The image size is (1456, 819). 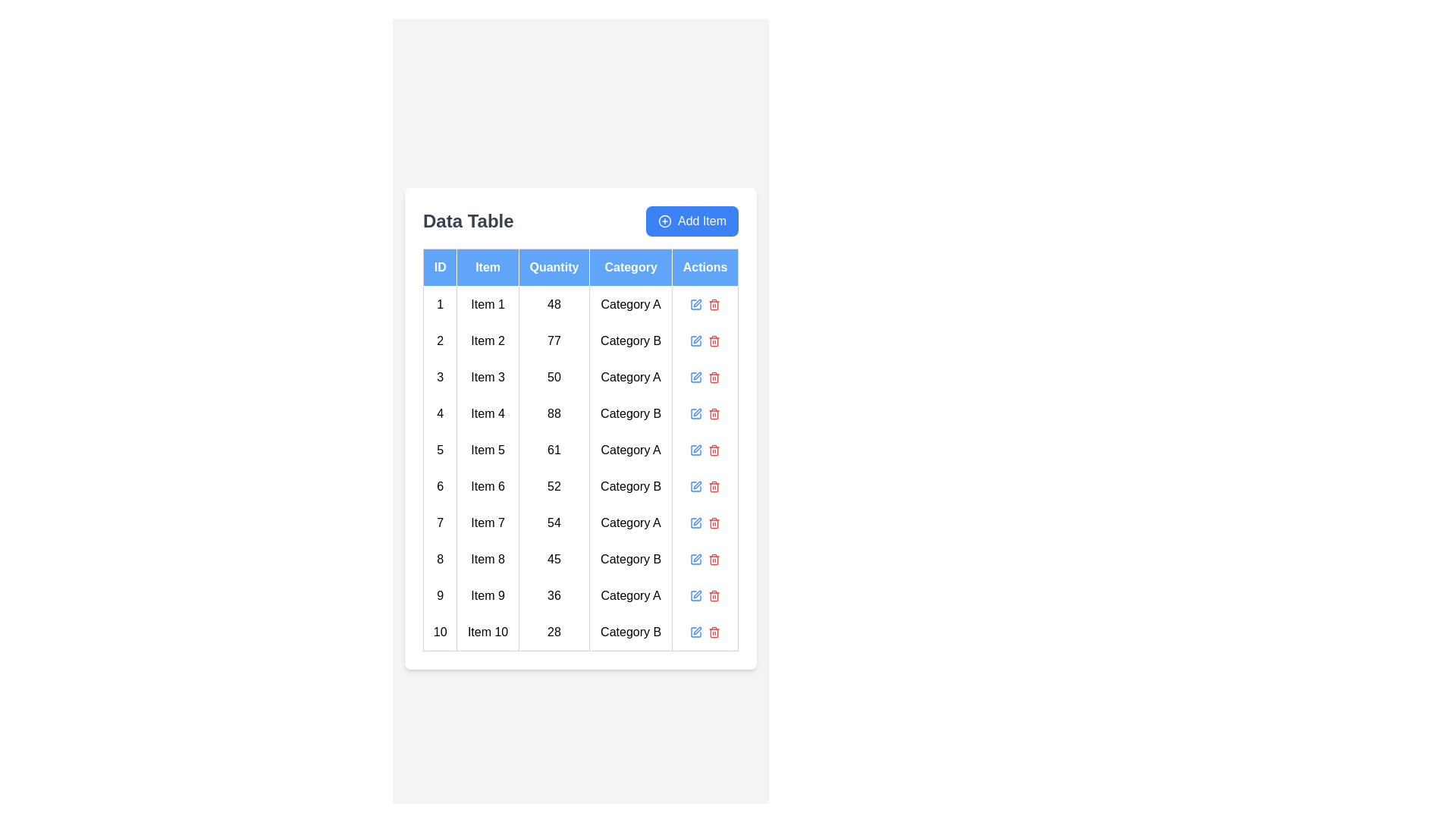 I want to click on the delete button represented by a red trash bin icon in the second row of the 'Actions' column, so click(x=704, y=340).